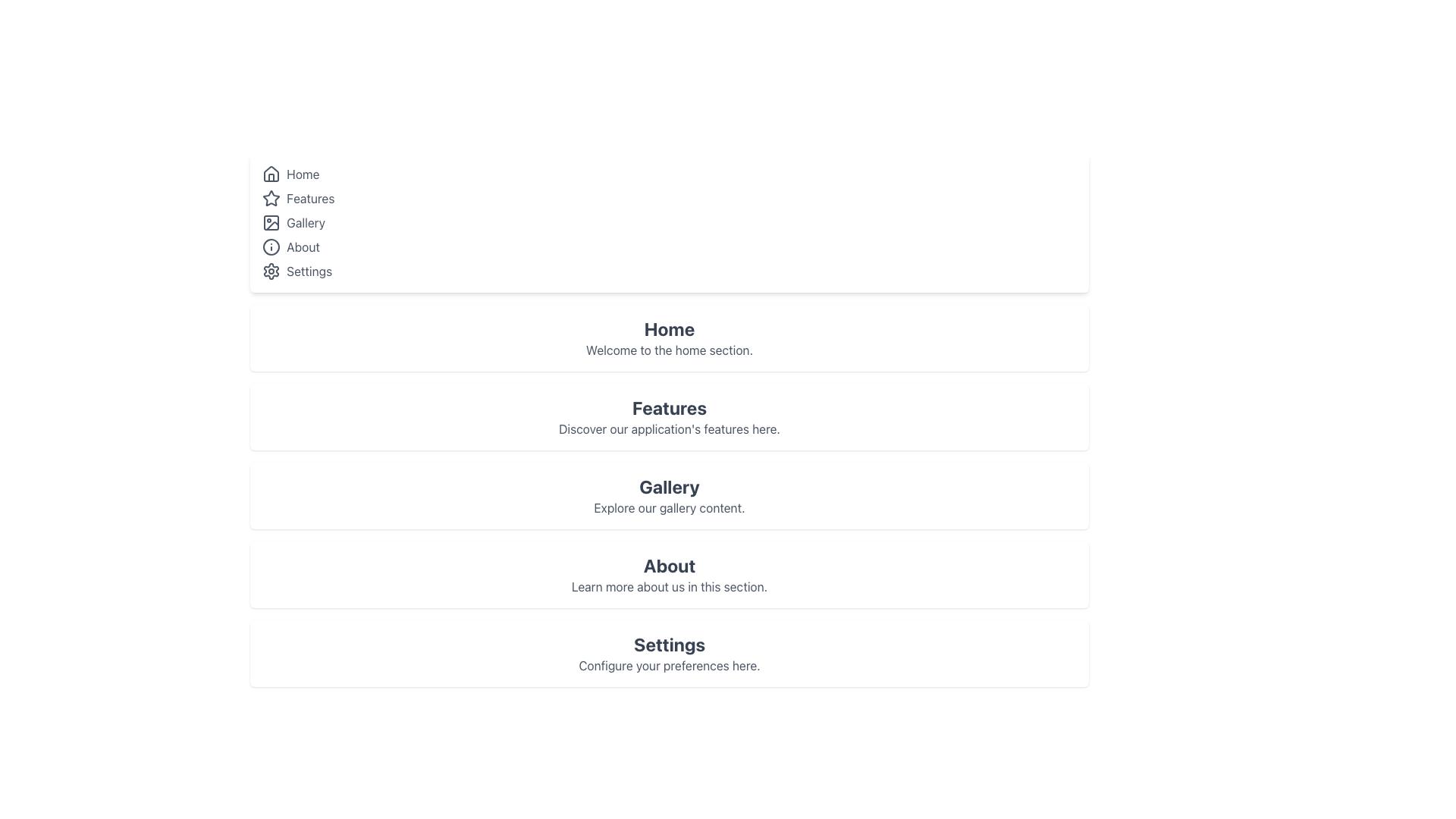 The width and height of the screenshot is (1456, 819). Describe the element at coordinates (271, 197) in the screenshot. I see `the 'Features' icon in the sidebar menu` at that location.